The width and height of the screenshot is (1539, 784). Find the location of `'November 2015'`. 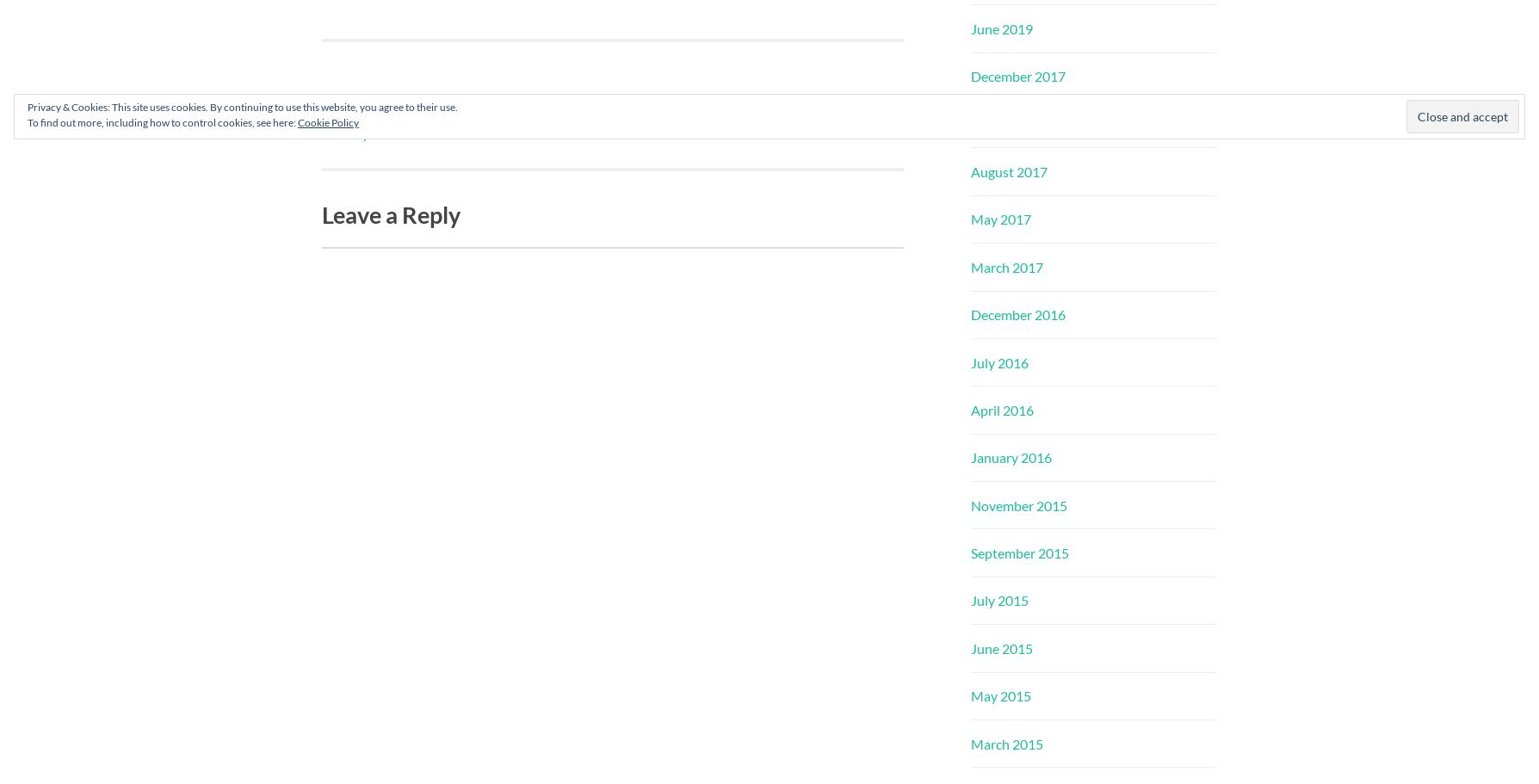

'November 2015' is located at coordinates (1018, 504).